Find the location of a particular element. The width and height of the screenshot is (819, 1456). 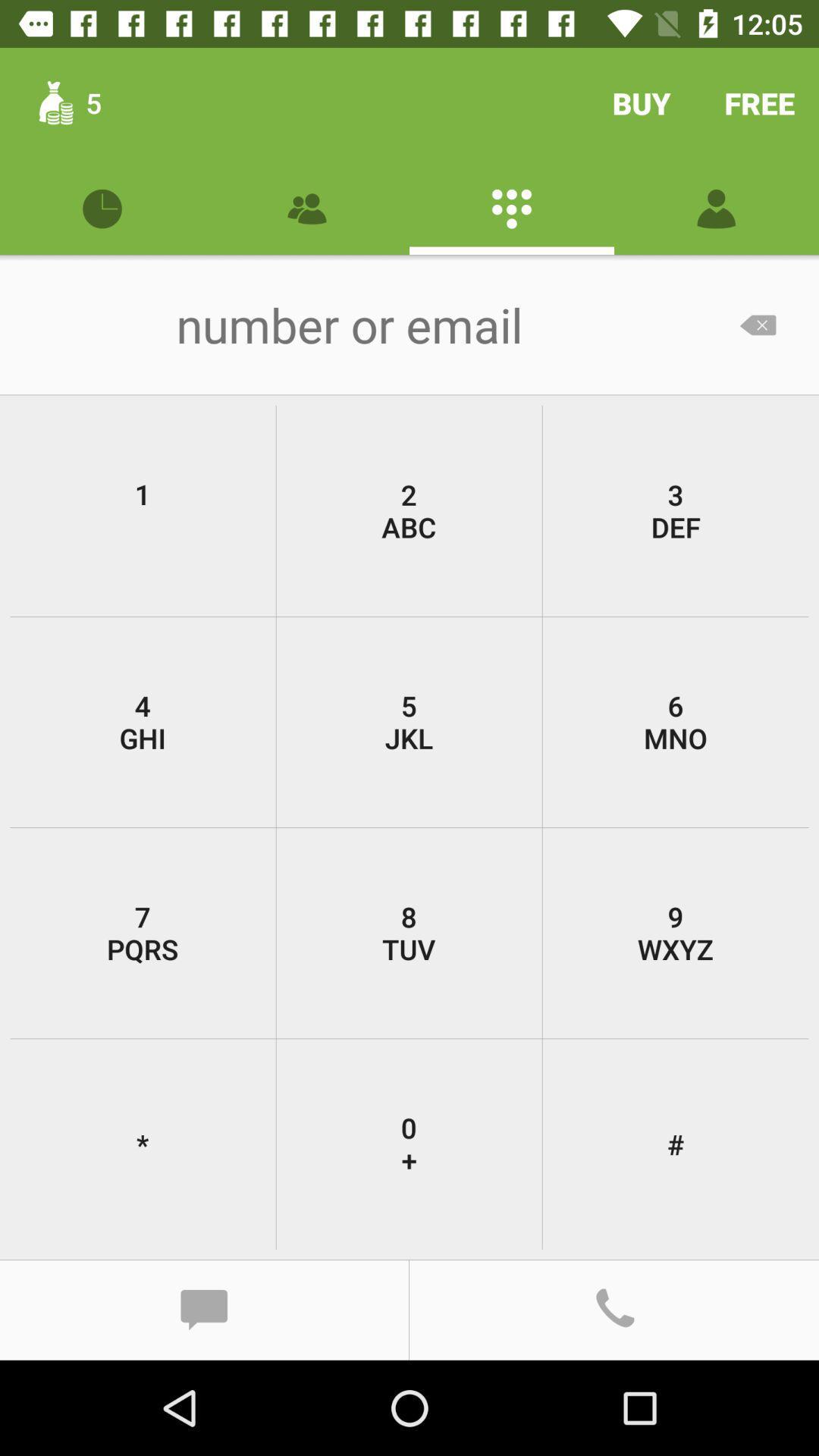

8 is located at coordinates (408, 932).